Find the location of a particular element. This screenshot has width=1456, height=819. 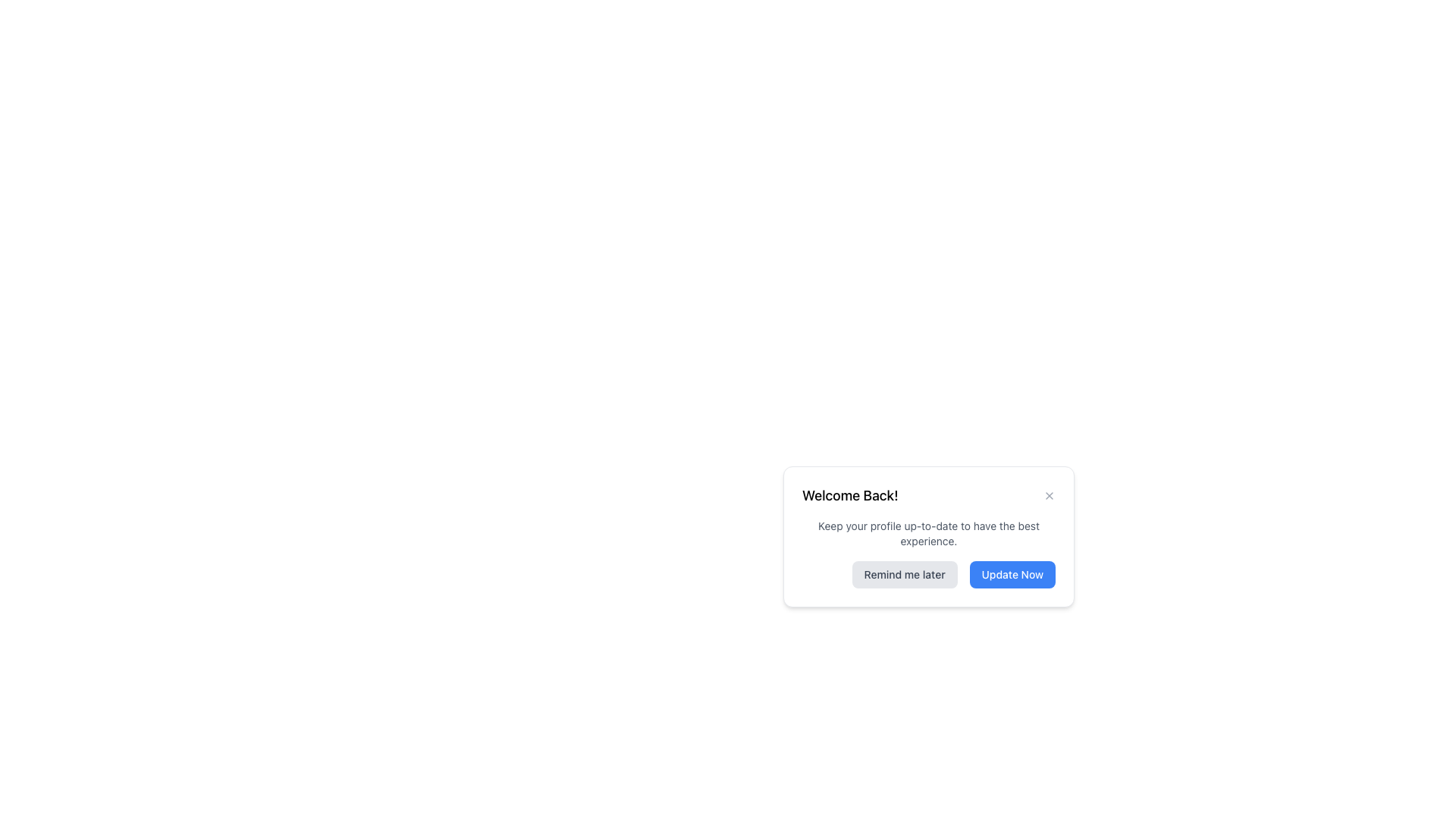

the confirmation button located in the bottom-right section of the dialog box to change its appearance is located at coordinates (1012, 575).